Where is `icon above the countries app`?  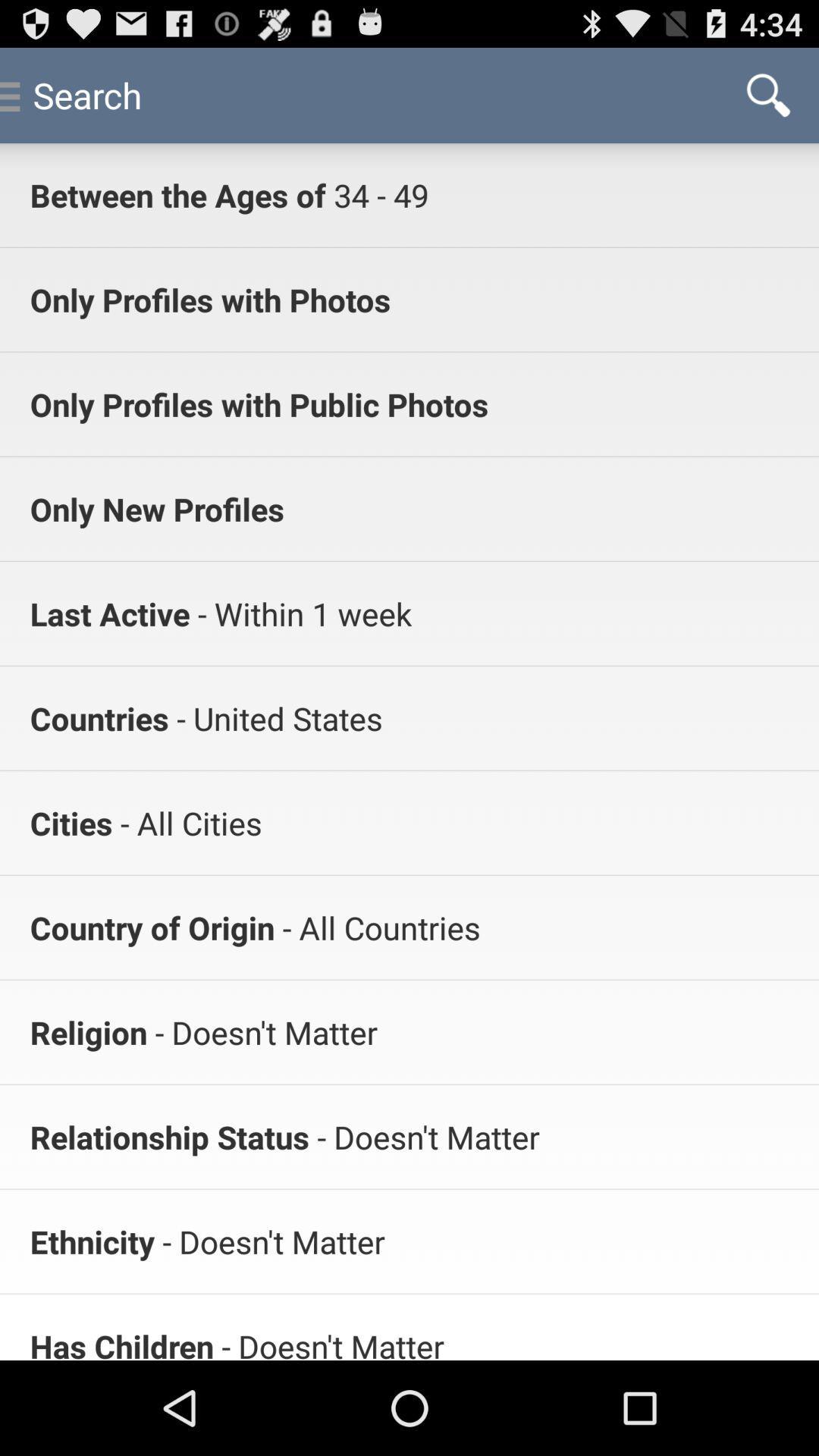
icon above the countries app is located at coordinates (109, 613).